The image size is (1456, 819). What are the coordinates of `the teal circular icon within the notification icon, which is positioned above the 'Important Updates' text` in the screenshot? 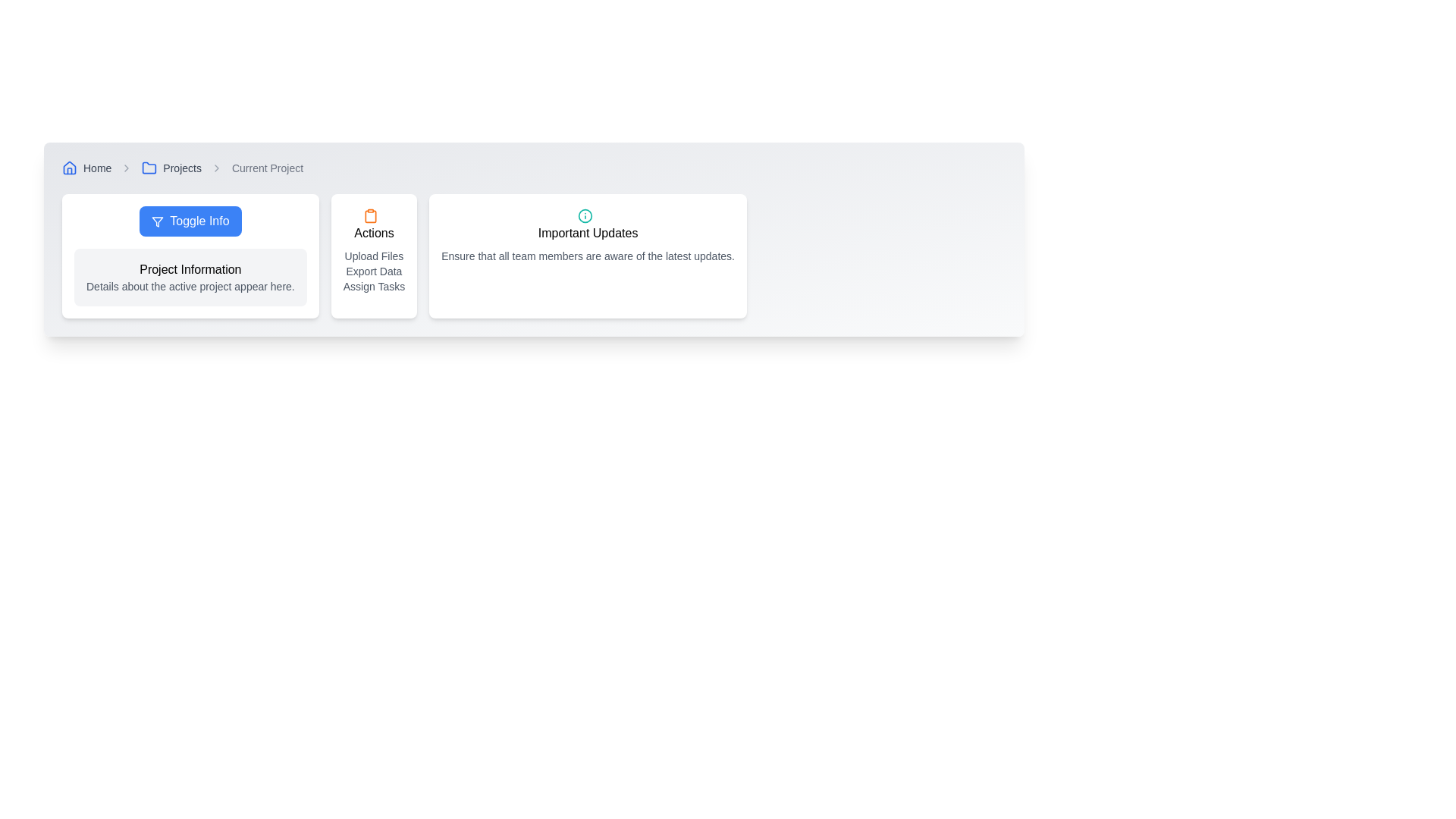 It's located at (584, 215).